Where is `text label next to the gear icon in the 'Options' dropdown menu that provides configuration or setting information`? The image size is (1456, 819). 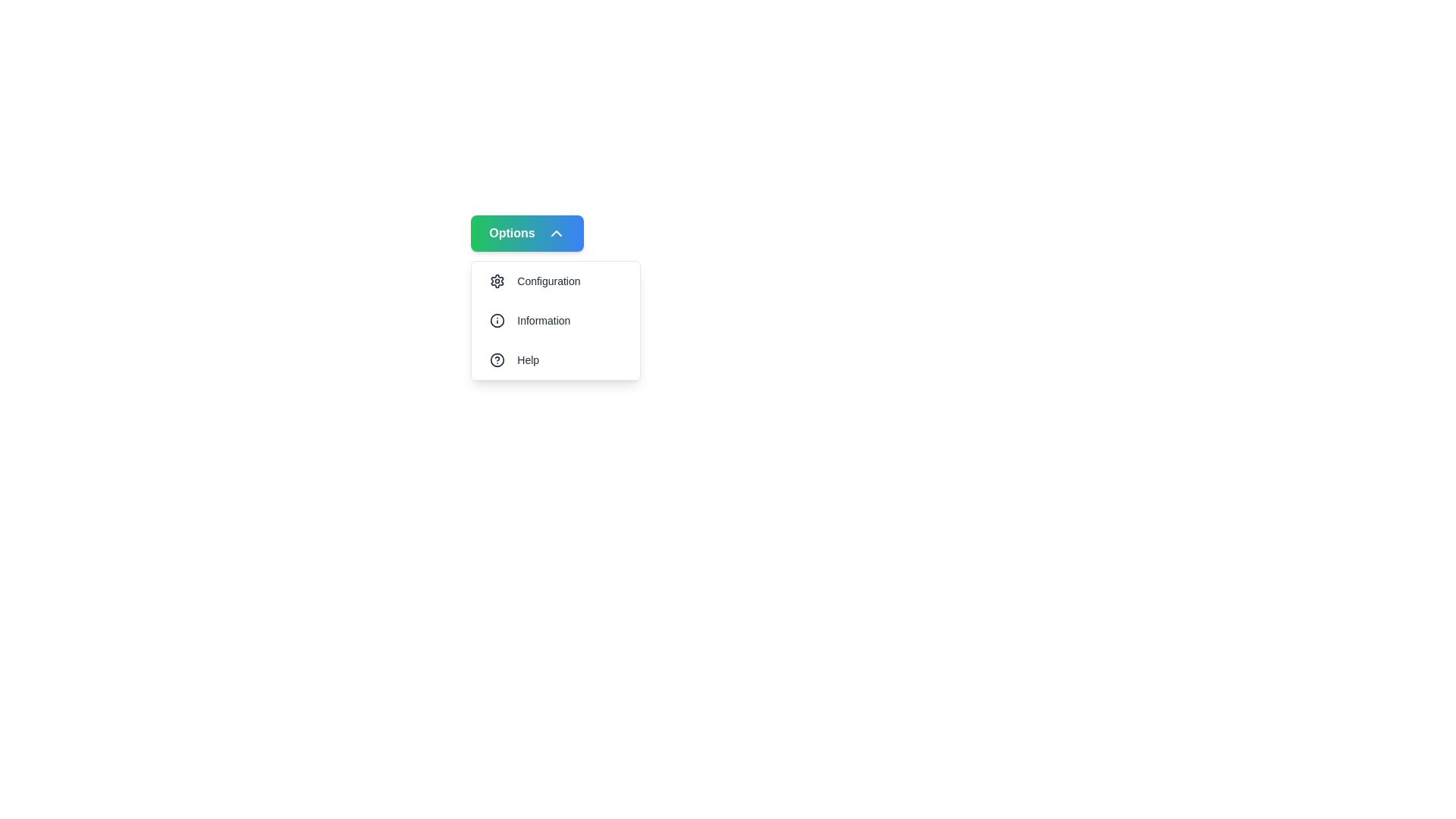 text label next to the gear icon in the 'Options' dropdown menu that provides configuration or setting information is located at coordinates (548, 281).